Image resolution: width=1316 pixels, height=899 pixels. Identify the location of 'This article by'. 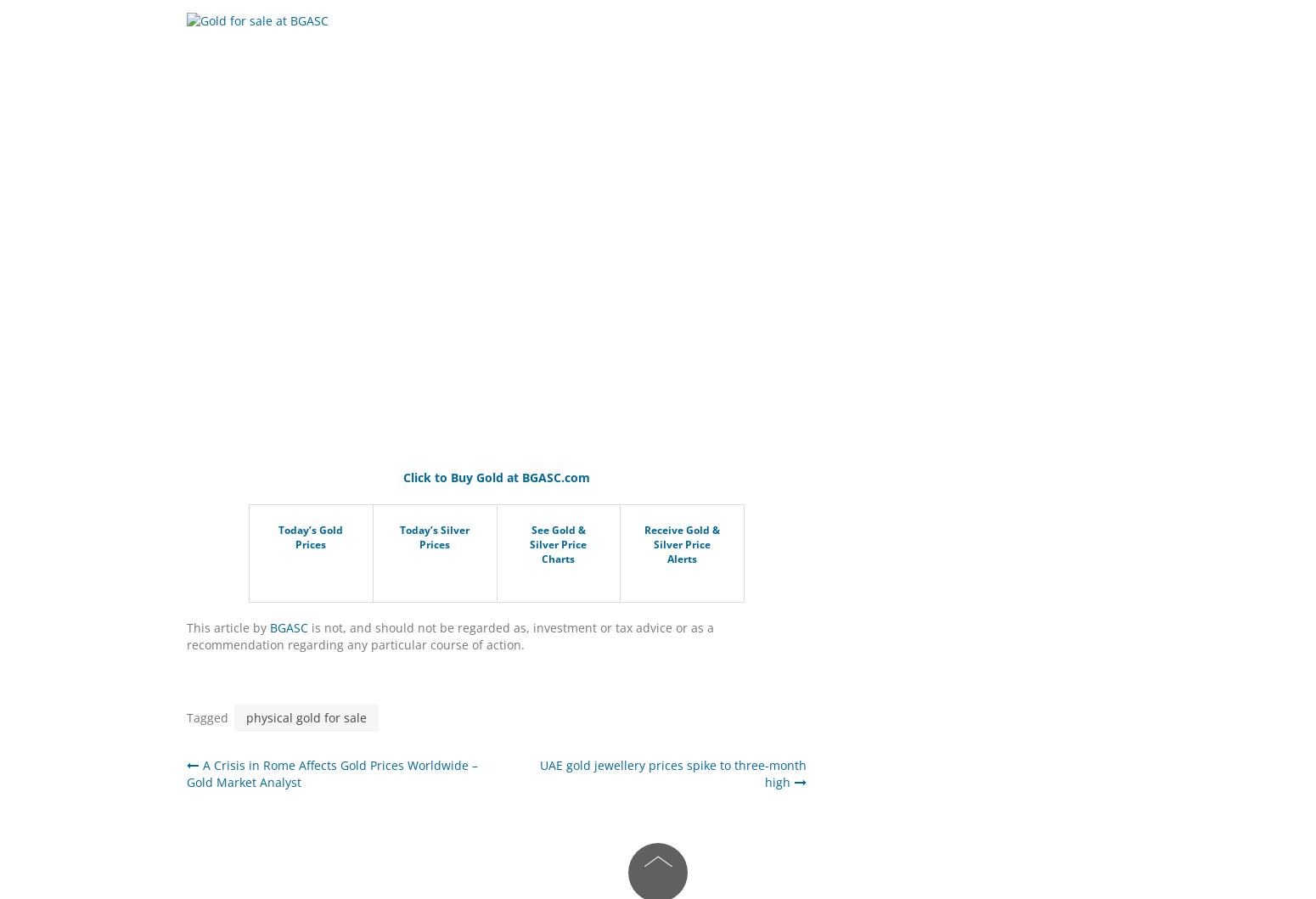
(228, 627).